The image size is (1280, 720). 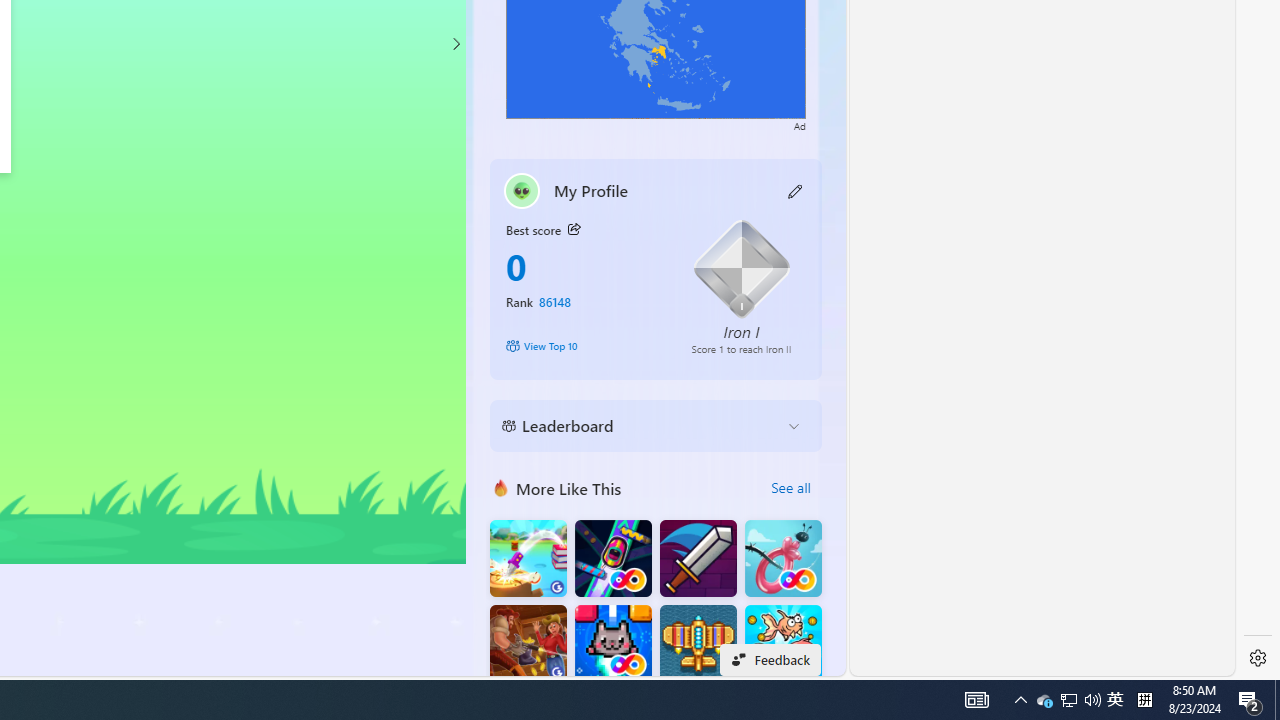 What do you see at coordinates (522, 190) in the screenshot?
I see `'""'` at bounding box center [522, 190].